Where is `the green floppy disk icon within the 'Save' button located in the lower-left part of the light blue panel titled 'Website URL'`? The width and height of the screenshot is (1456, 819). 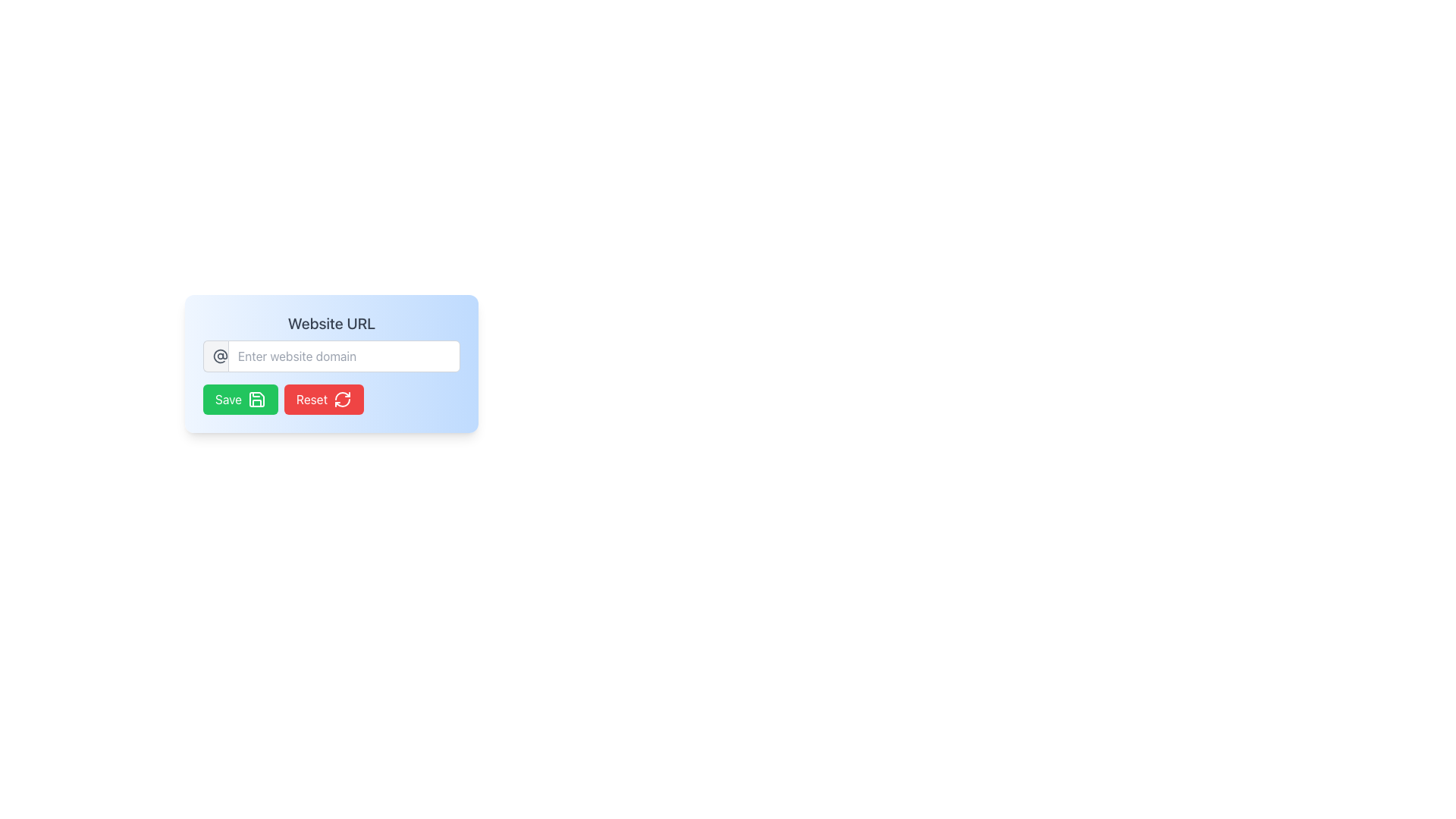 the green floppy disk icon within the 'Save' button located in the lower-left part of the light blue panel titled 'Website URL' is located at coordinates (256, 399).